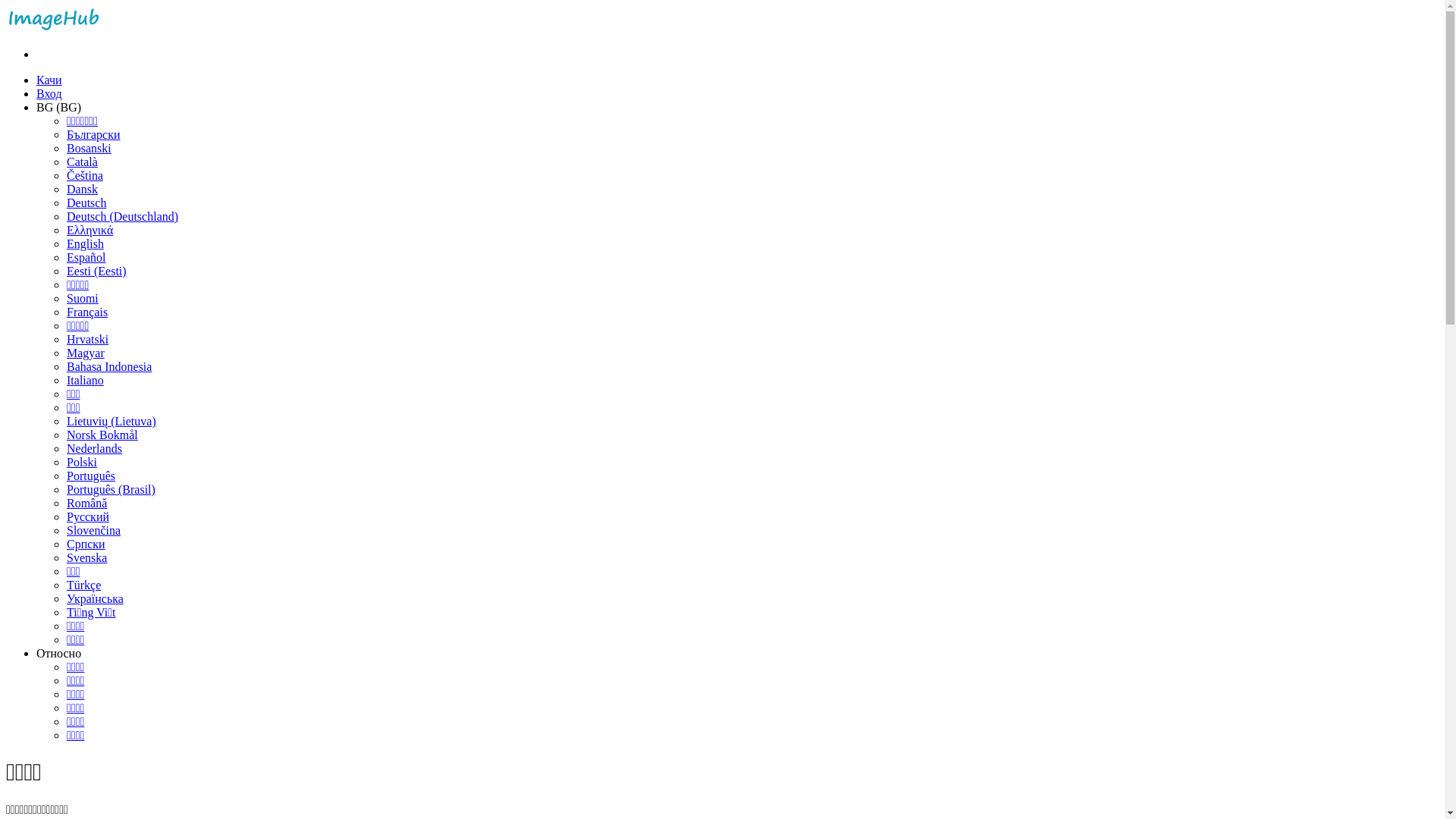 This screenshot has width=1456, height=819. What do you see at coordinates (84, 379) in the screenshot?
I see `'Italiano'` at bounding box center [84, 379].